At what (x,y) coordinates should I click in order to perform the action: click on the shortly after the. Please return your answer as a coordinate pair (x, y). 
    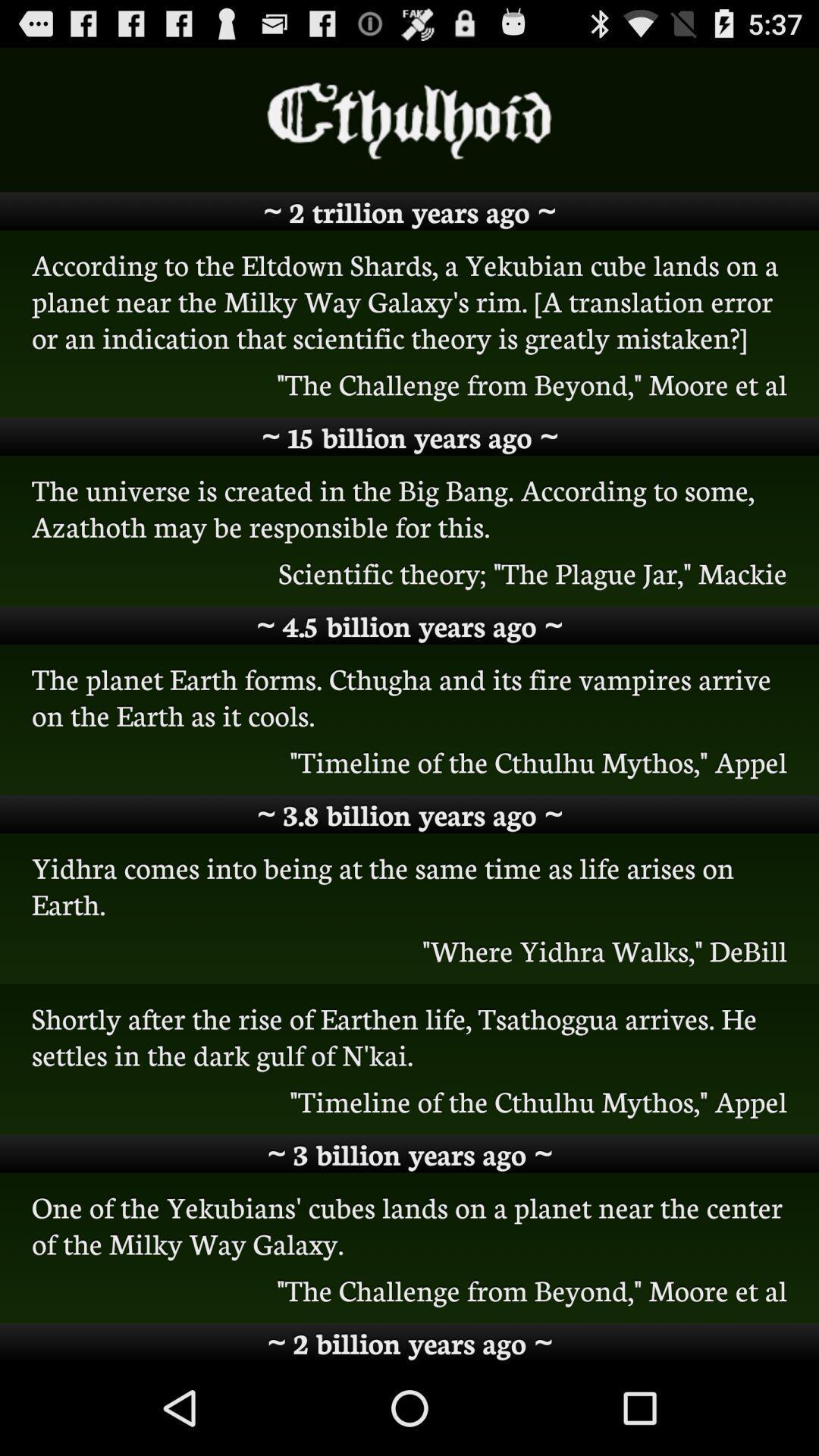
    Looking at the image, I should click on (409, 1035).